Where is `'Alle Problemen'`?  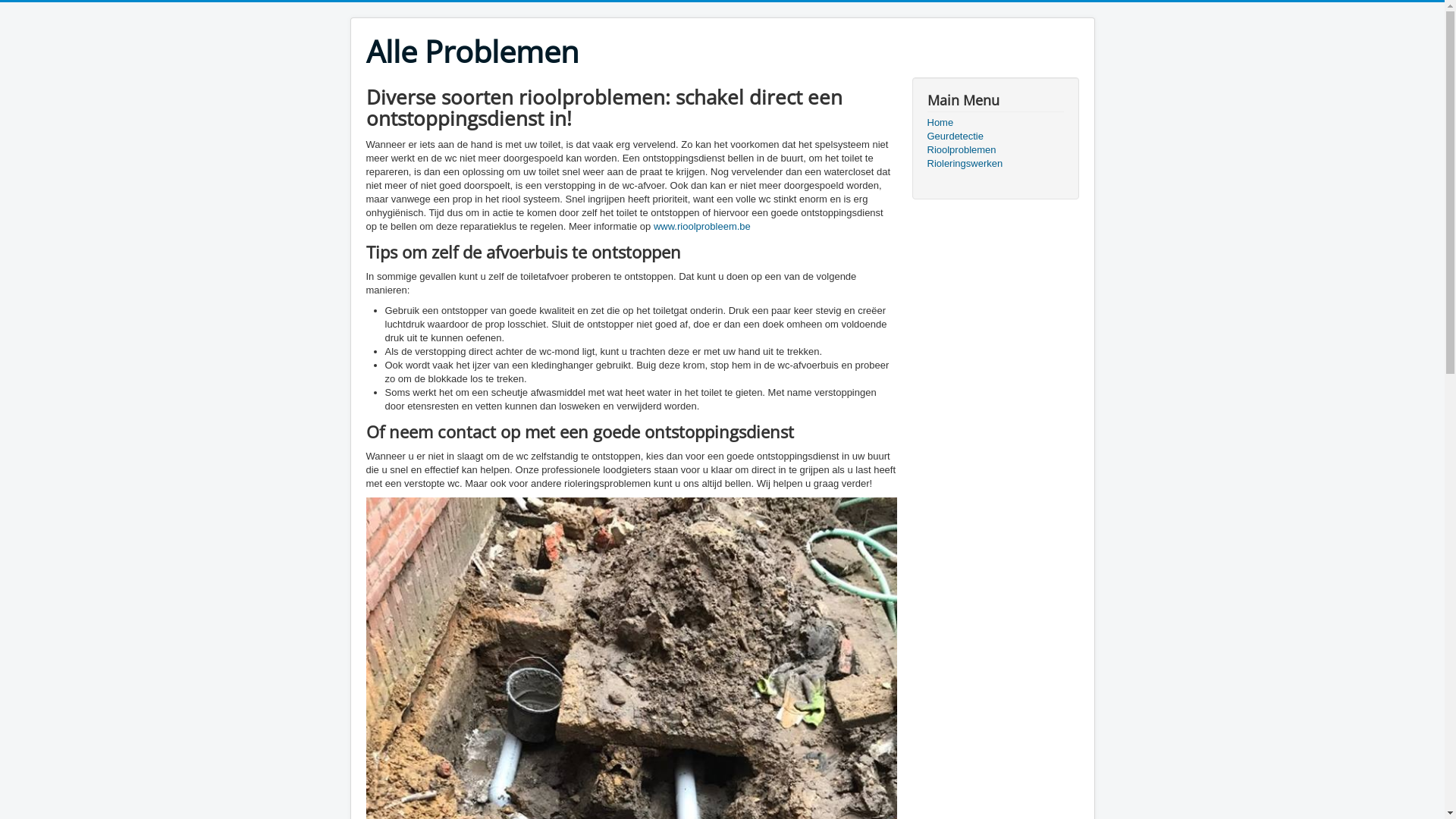
'Alle Problemen' is located at coordinates (471, 51).